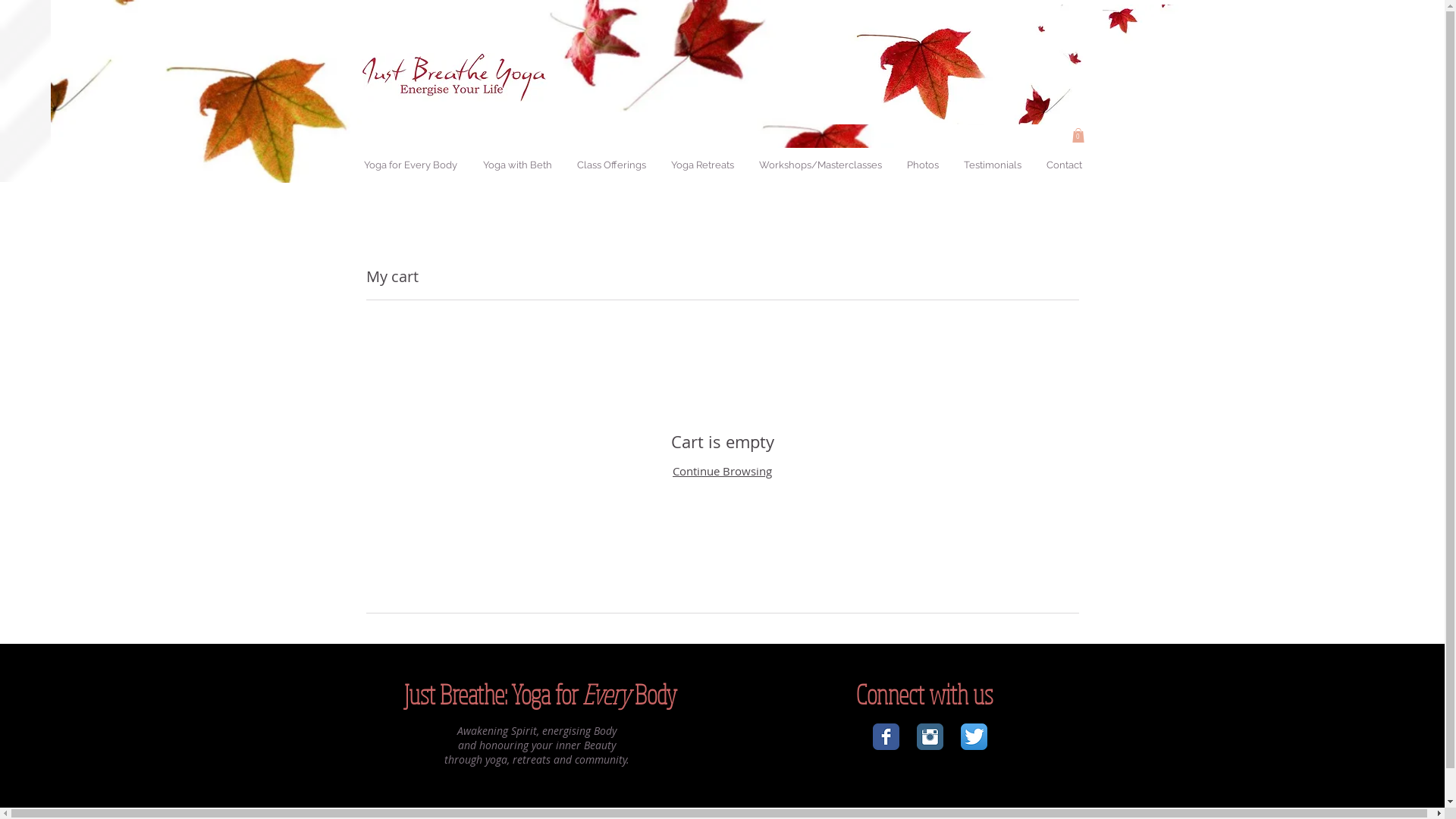 The height and width of the screenshot is (819, 1456). What do you see at coordinates (516, 165) in the screenshot?
I see `'Yoga with Beth'` at bounding box center [516, 165].